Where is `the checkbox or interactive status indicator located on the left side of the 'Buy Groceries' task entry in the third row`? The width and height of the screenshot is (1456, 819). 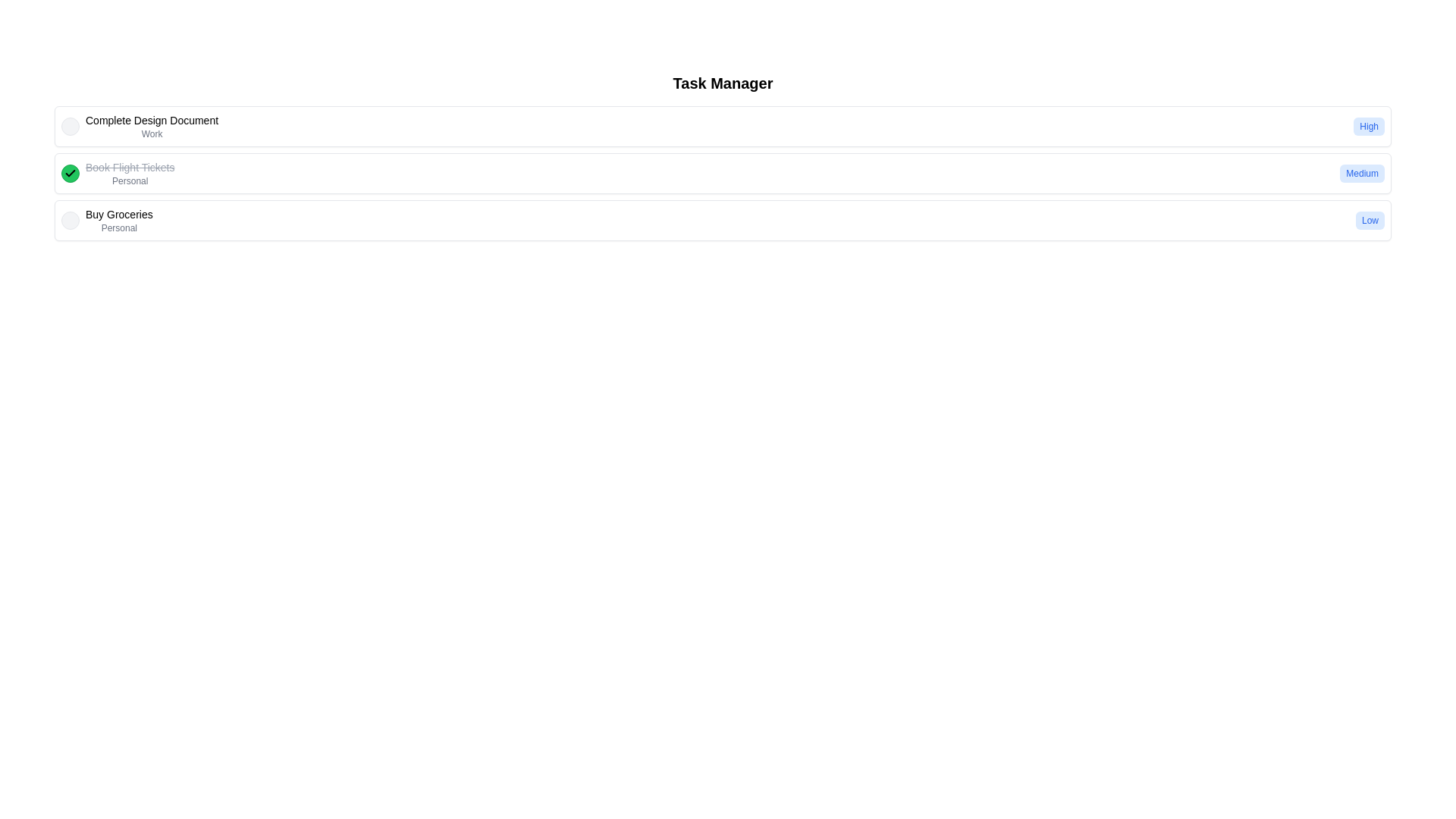
the checkbox or interactive status indicator located on the left side of the 'Buy Groceries' task entry in the third row is located at coordinates (69, 220).